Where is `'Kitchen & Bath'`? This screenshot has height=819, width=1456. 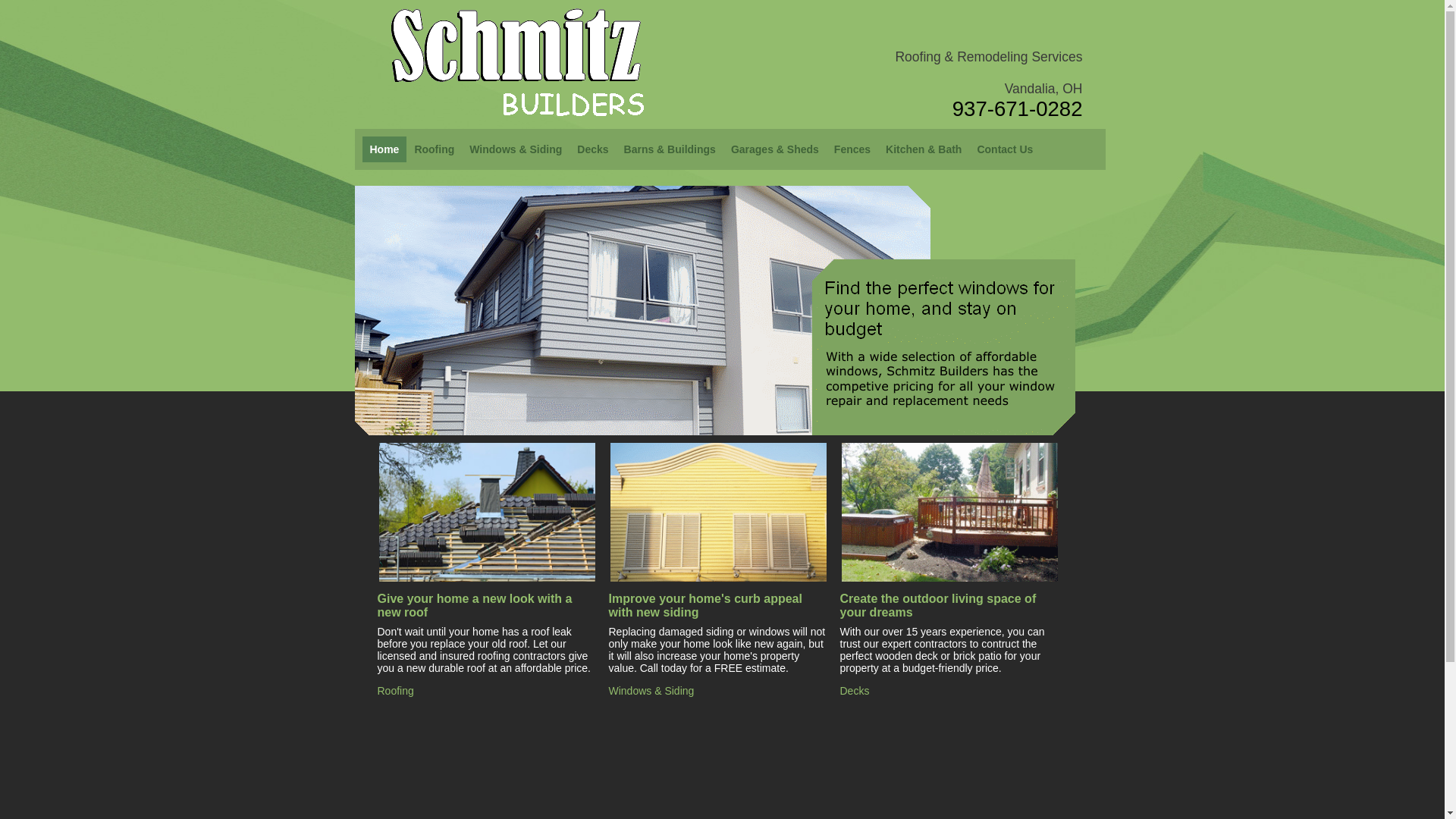 'Kitchen & Bath' is located at coordinates (923, 149).